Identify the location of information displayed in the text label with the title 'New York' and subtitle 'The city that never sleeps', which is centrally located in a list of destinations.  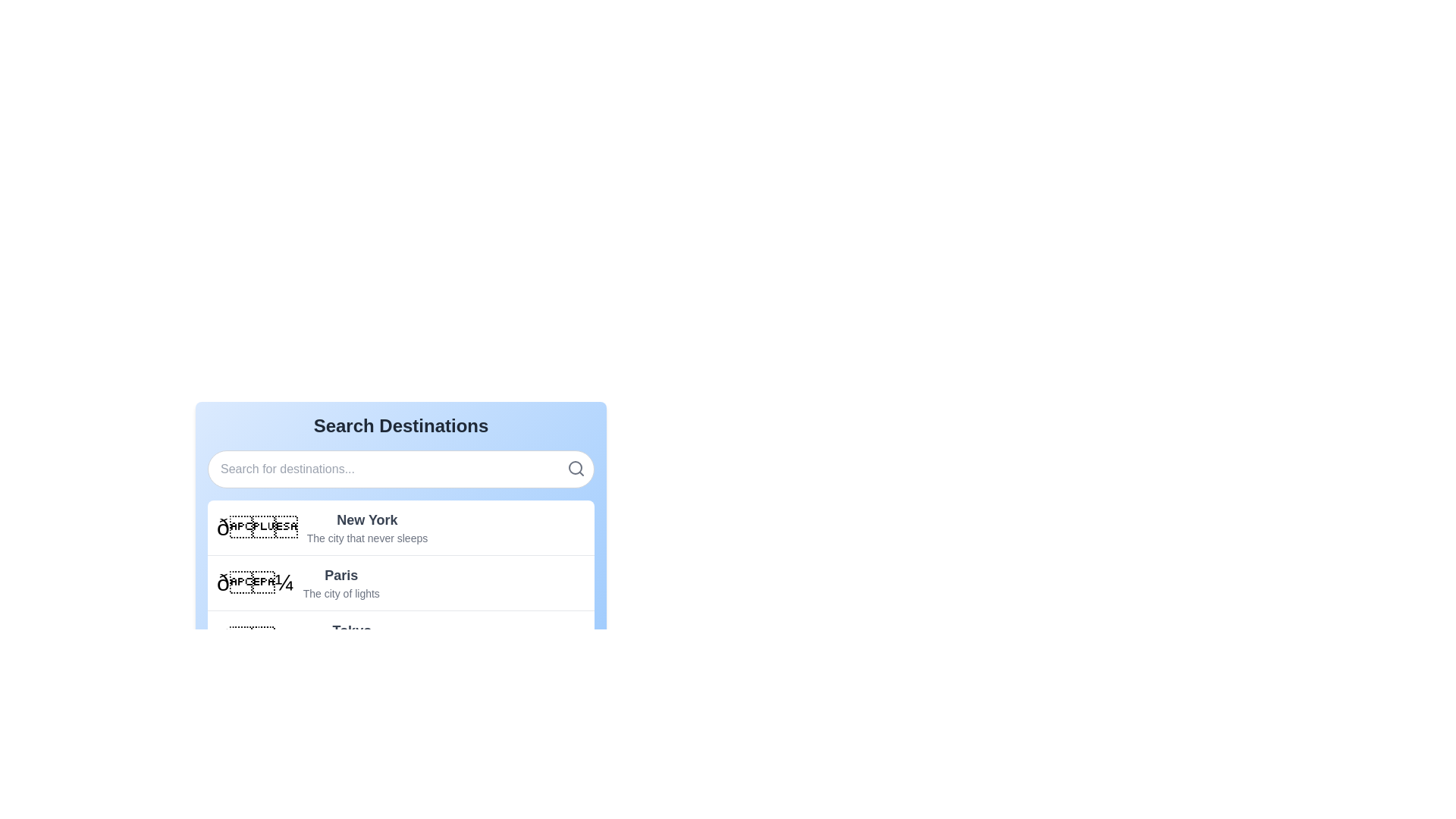
(367, 526).